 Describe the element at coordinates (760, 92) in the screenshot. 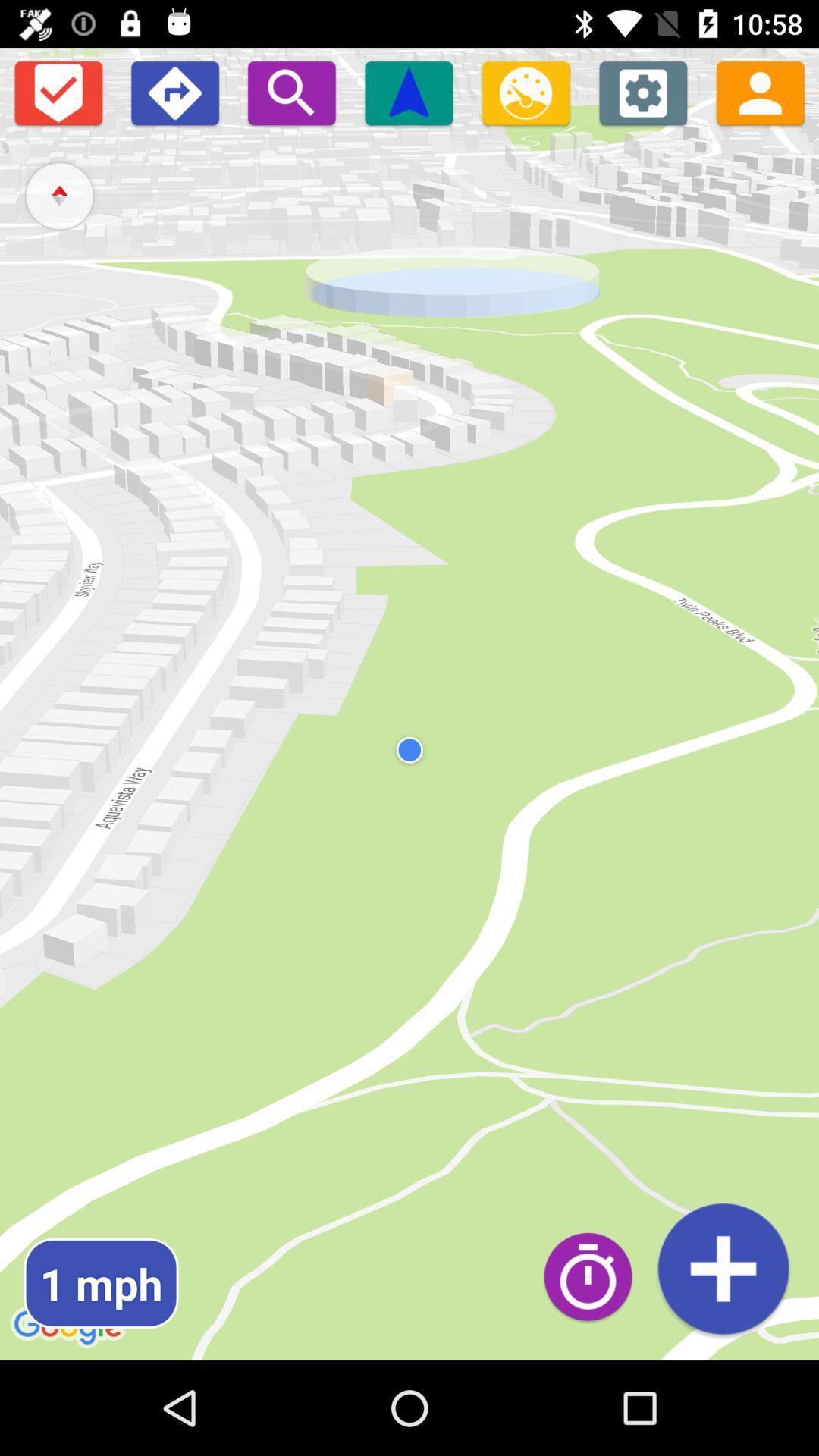

I see `edit account` at that location.